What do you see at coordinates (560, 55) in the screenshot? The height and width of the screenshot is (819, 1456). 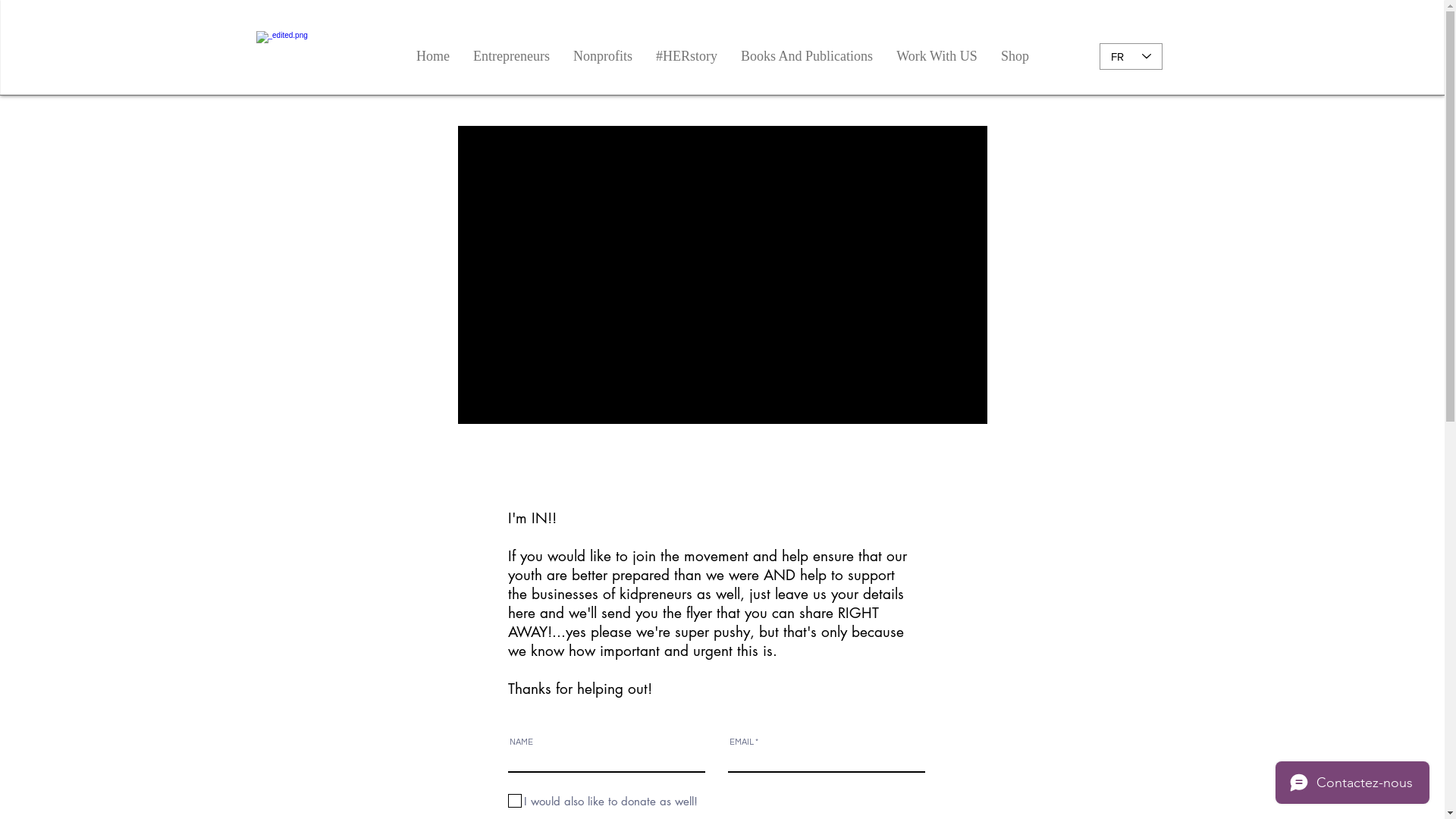 I see `'Nonprofits'` at bounding box center [560, 55].